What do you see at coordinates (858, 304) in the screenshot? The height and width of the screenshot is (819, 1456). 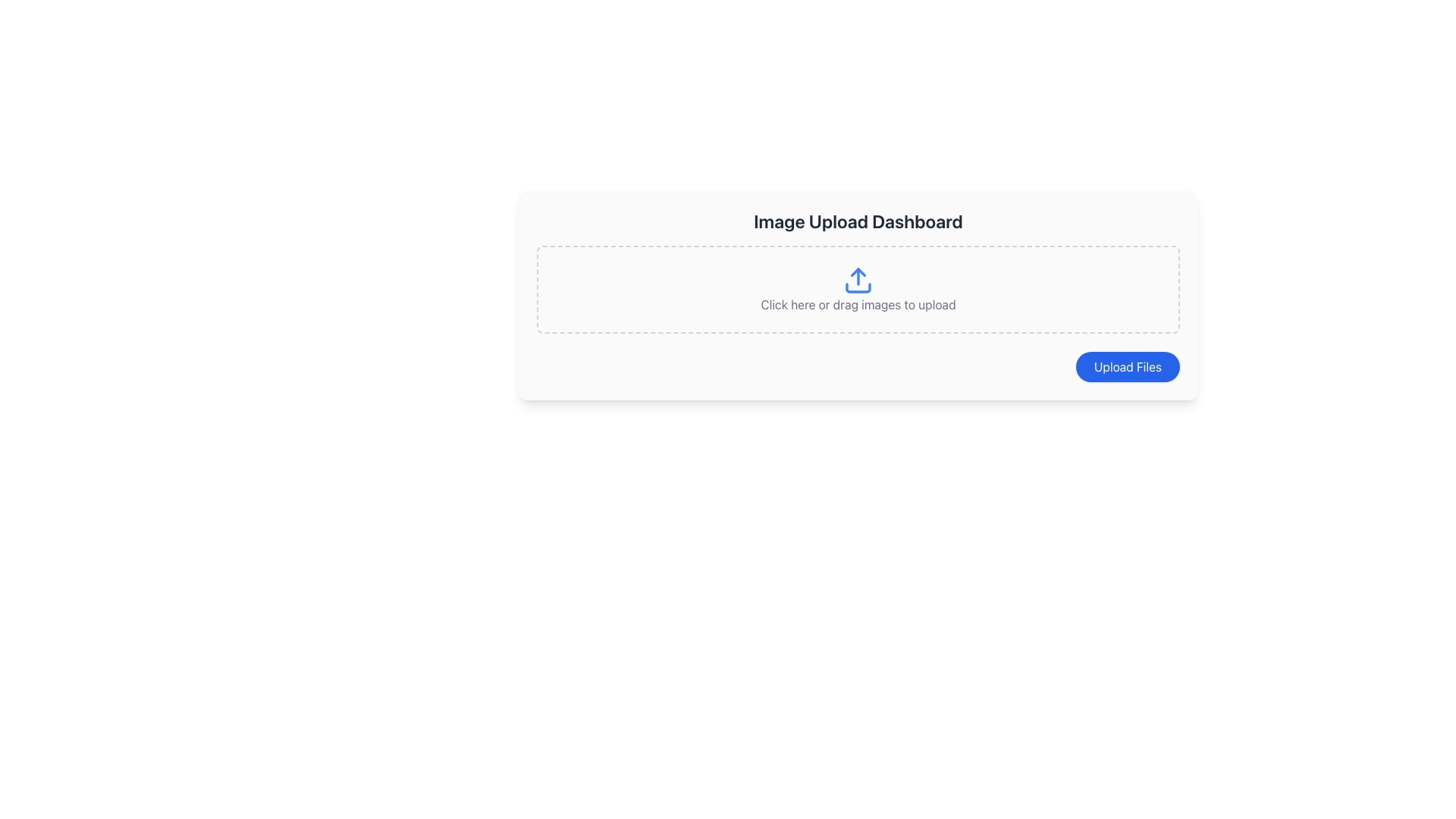 I see `the static text displaying 'Click here or drag images to upload', which is a medium-light gray text located beneath a blue upload icon` at bounding box center [858, 304].